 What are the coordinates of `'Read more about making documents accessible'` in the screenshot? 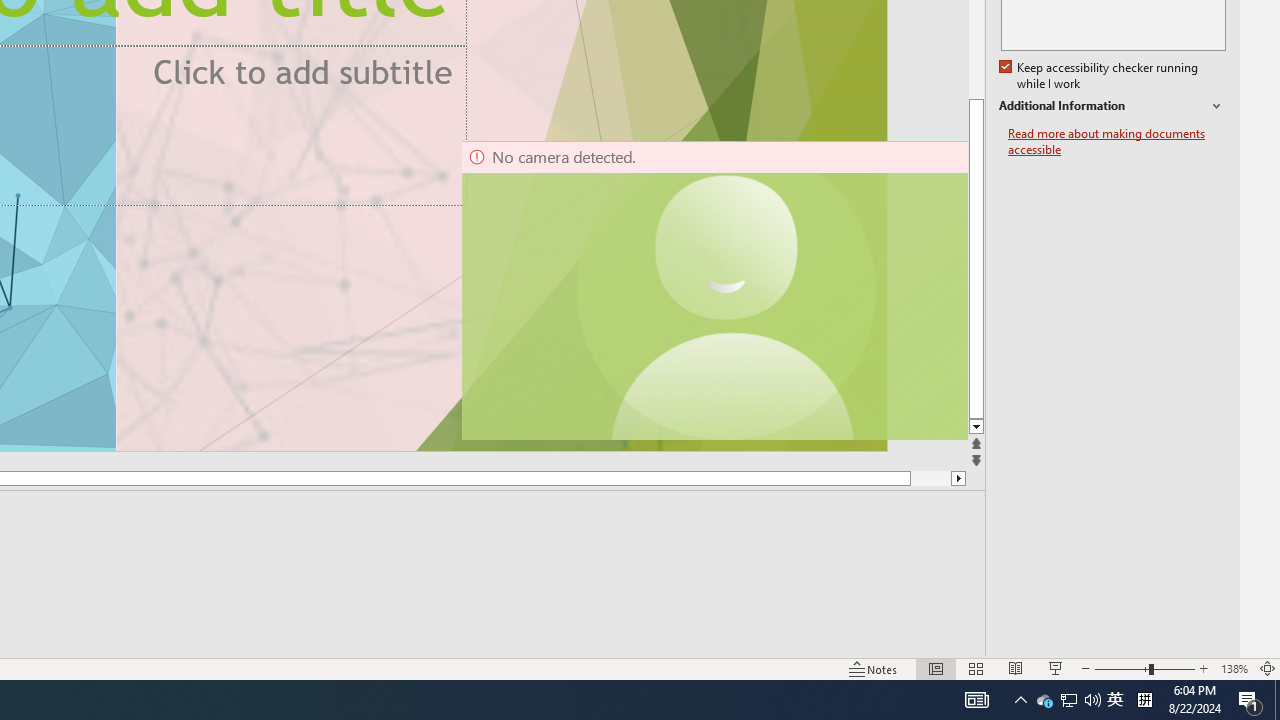 It's located at (1116, 141).